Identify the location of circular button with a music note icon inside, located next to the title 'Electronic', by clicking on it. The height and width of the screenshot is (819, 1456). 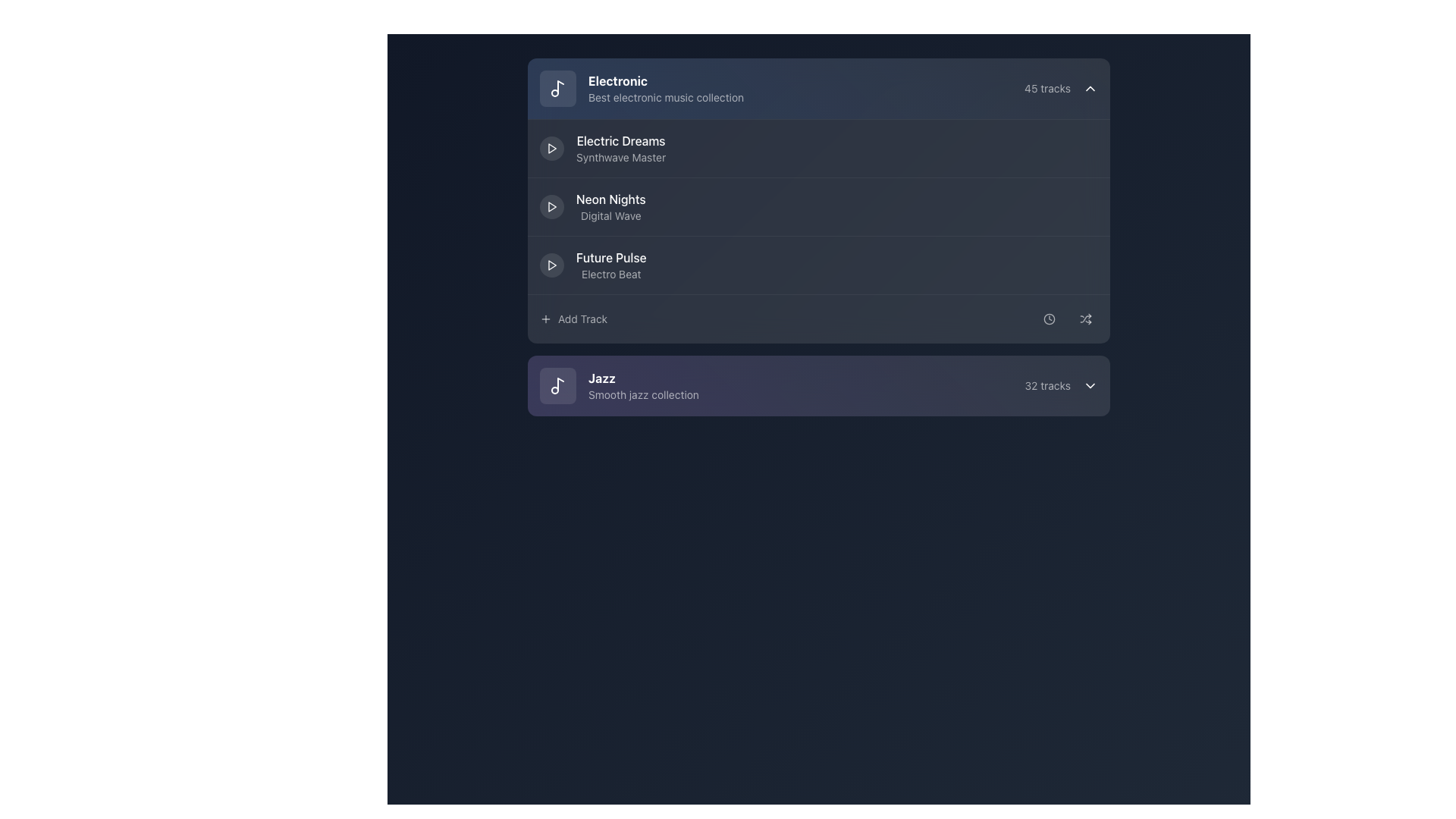
(557, 88).